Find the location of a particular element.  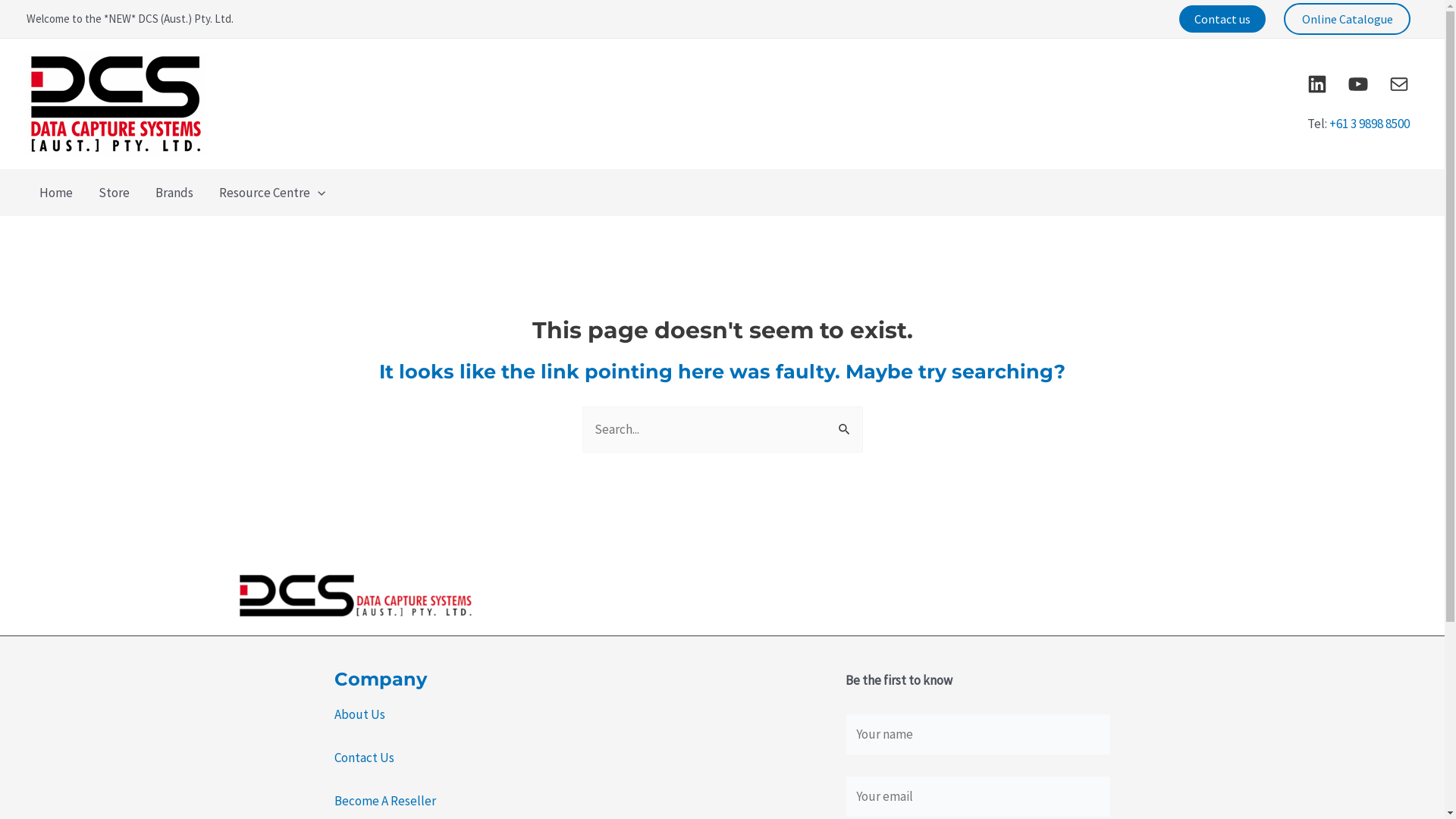

'Home' is located at coordinates (55, 192).